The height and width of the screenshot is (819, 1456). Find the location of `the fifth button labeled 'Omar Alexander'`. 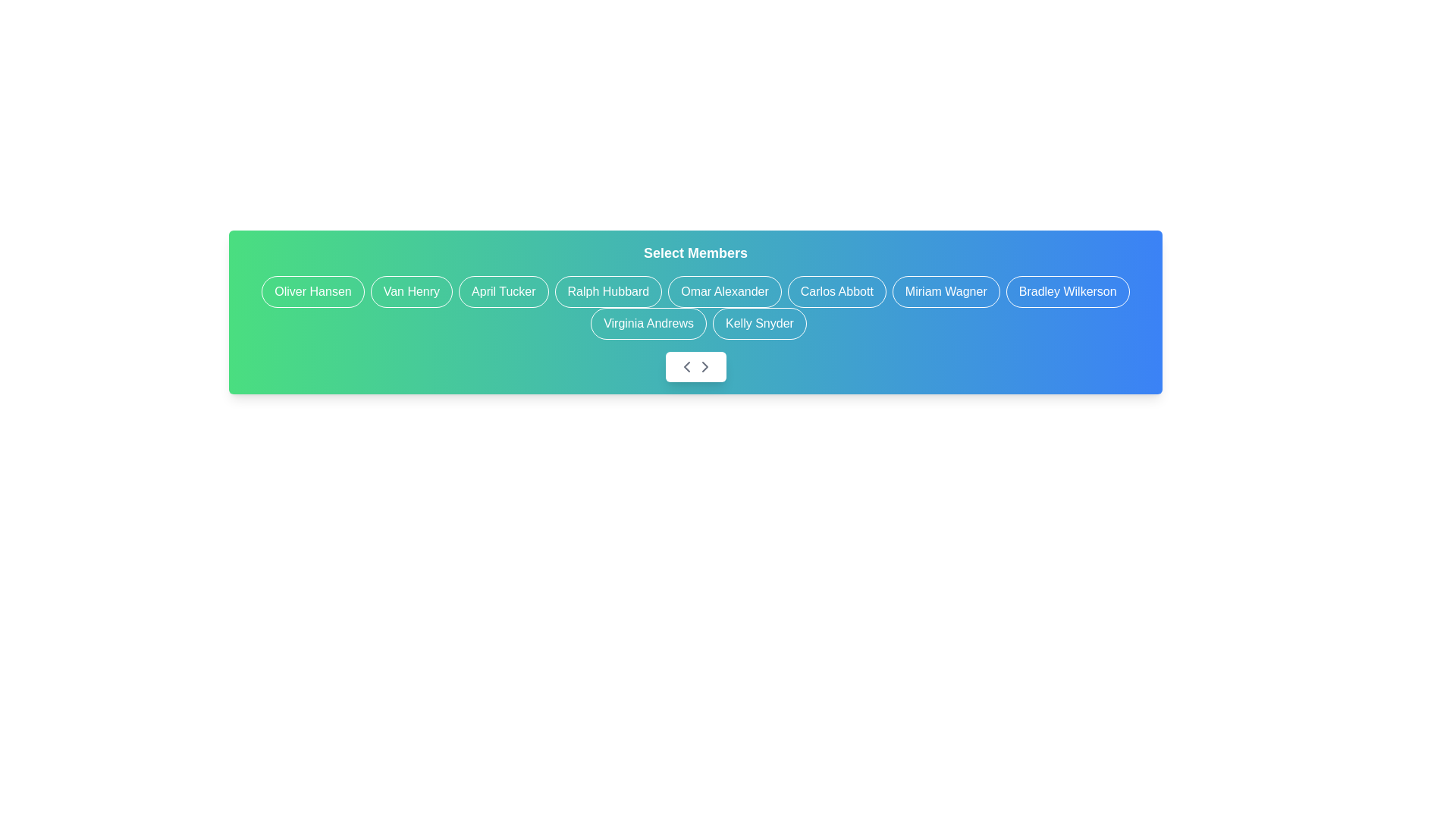

the fifth button labeled 'Omar Alexander' is located at coordinates (723, 292).